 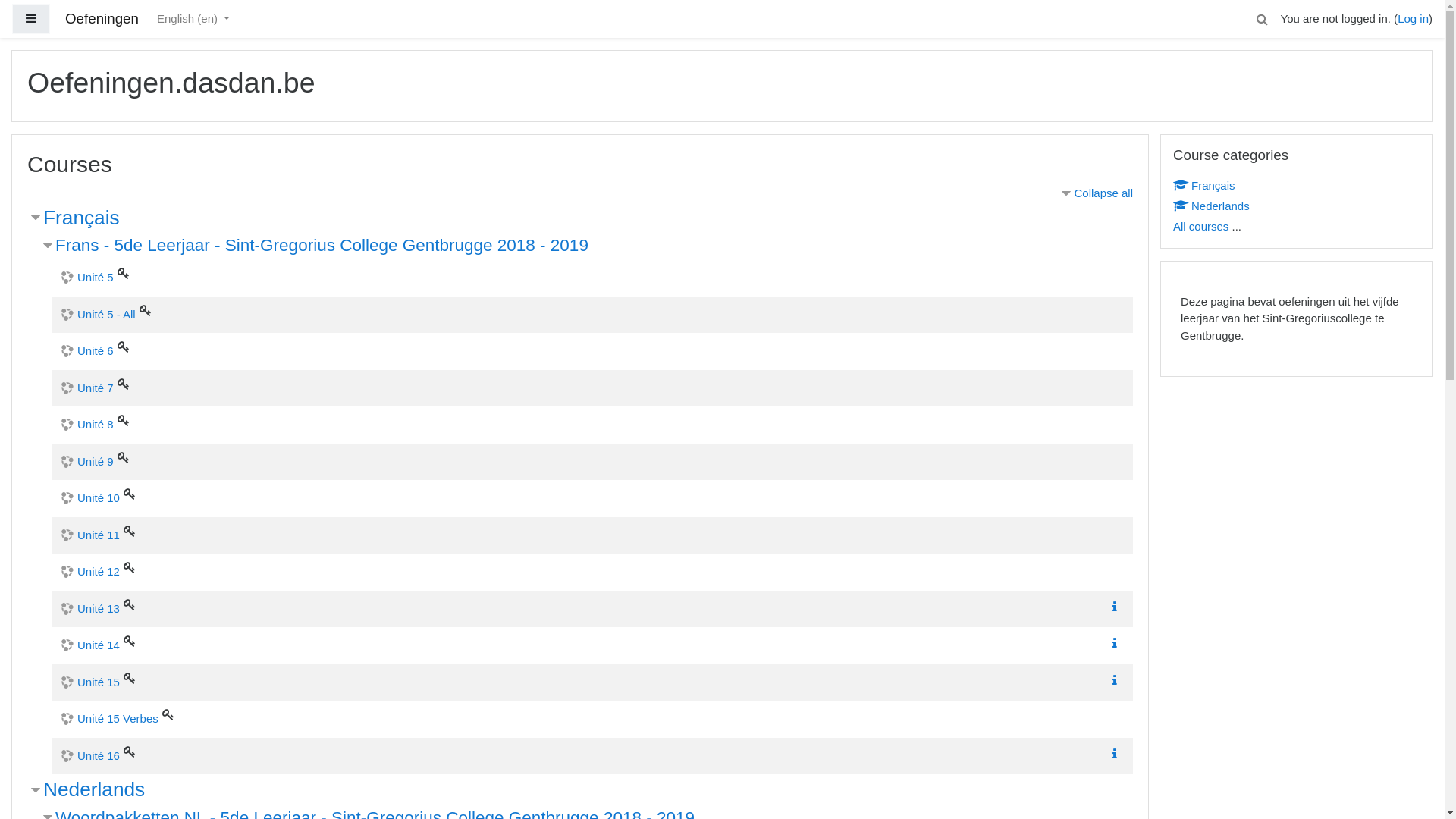 What do you see at coordinates (130, 529) in the screenshot?
I see `'Self enrolment'` at bounding box center [130, 529].